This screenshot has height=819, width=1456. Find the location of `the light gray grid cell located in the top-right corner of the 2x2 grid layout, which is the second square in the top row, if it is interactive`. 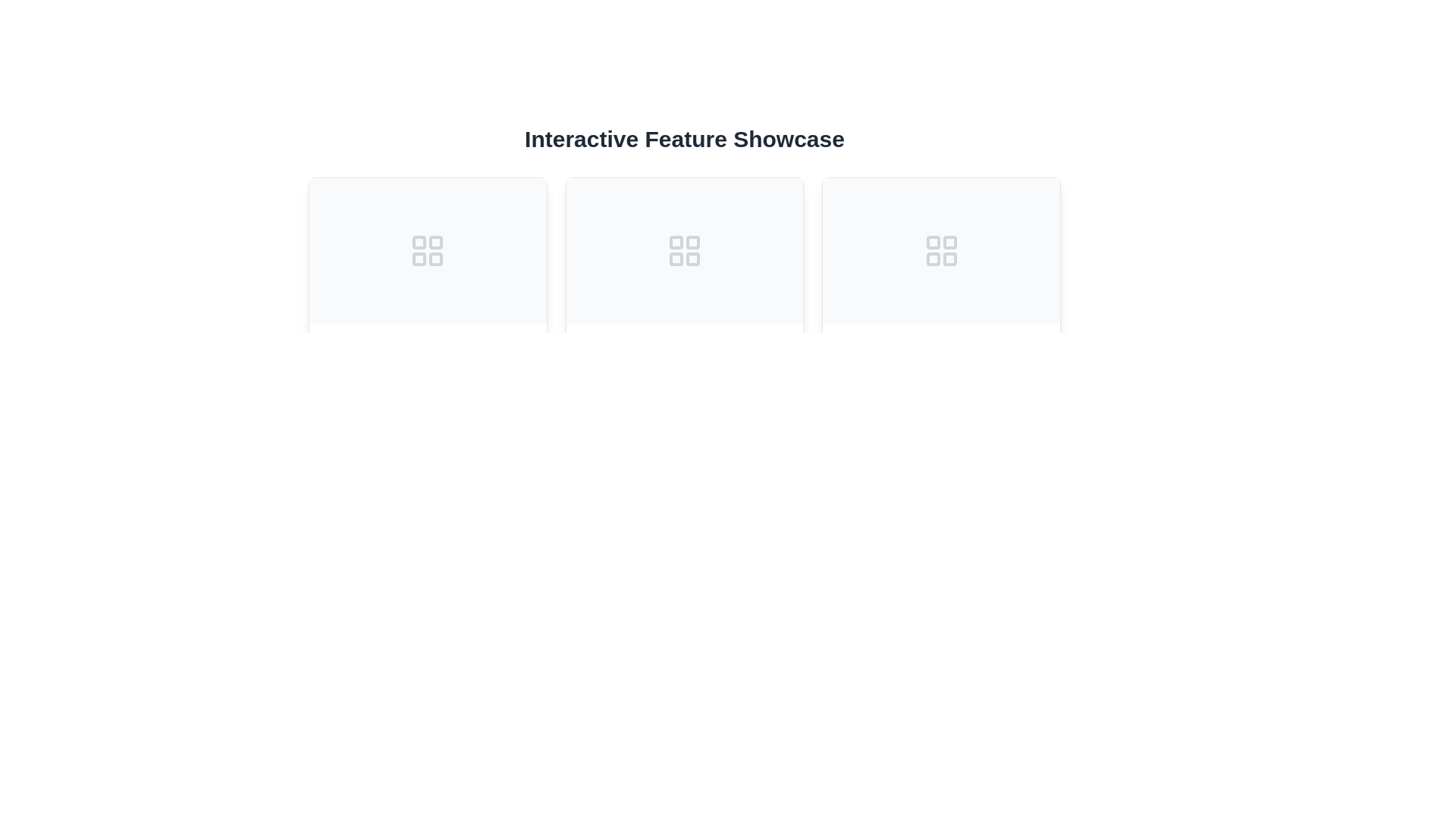

the light gray grid cell located in the top-right corner of the 2x2 grid layout, which is the second square in the top row, if it is interactive is located at coordinates (949, 242).